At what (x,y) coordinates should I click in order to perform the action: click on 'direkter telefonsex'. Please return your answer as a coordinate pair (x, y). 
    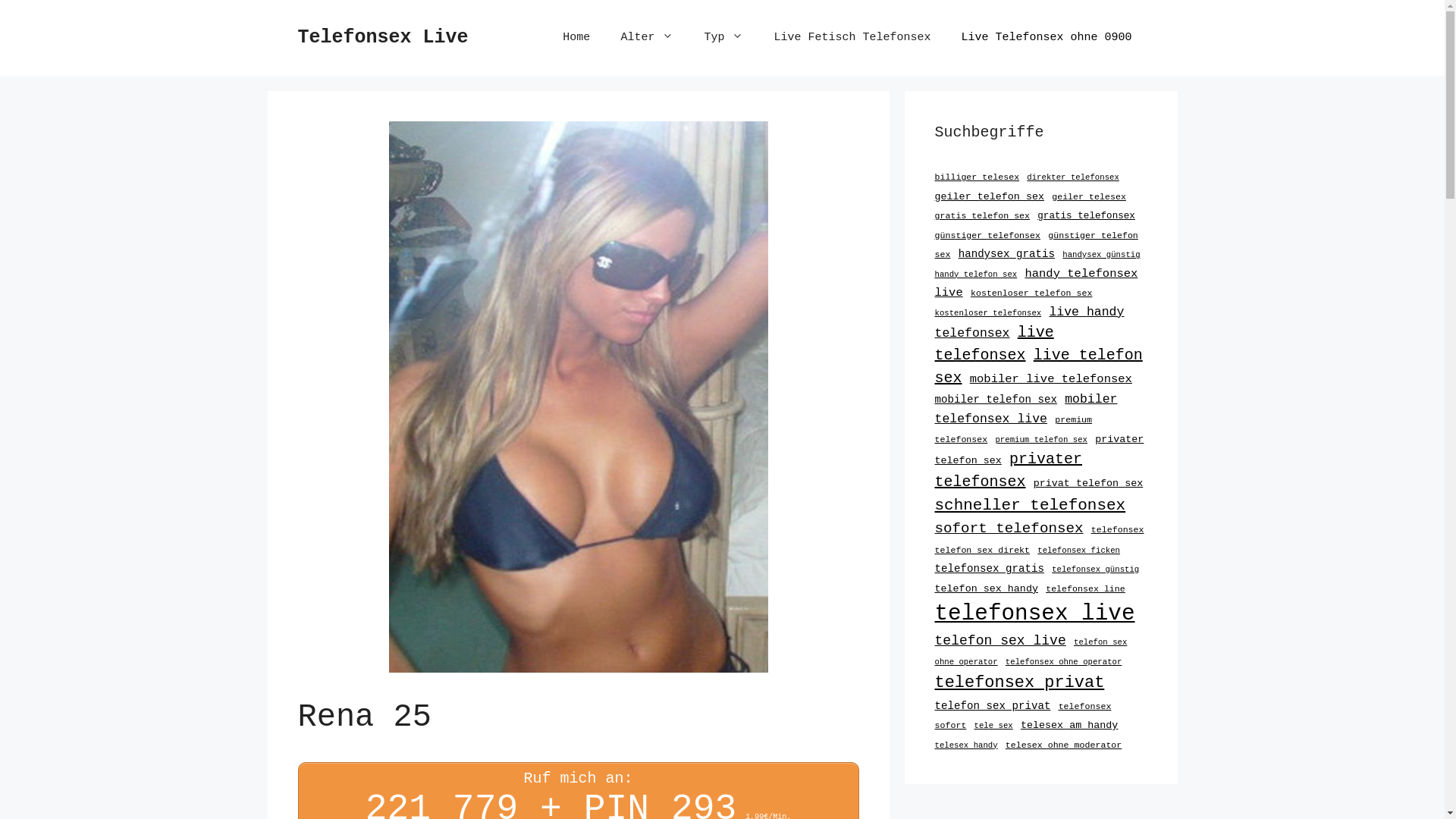
    Looking at the image, I should click on (1072, 177).